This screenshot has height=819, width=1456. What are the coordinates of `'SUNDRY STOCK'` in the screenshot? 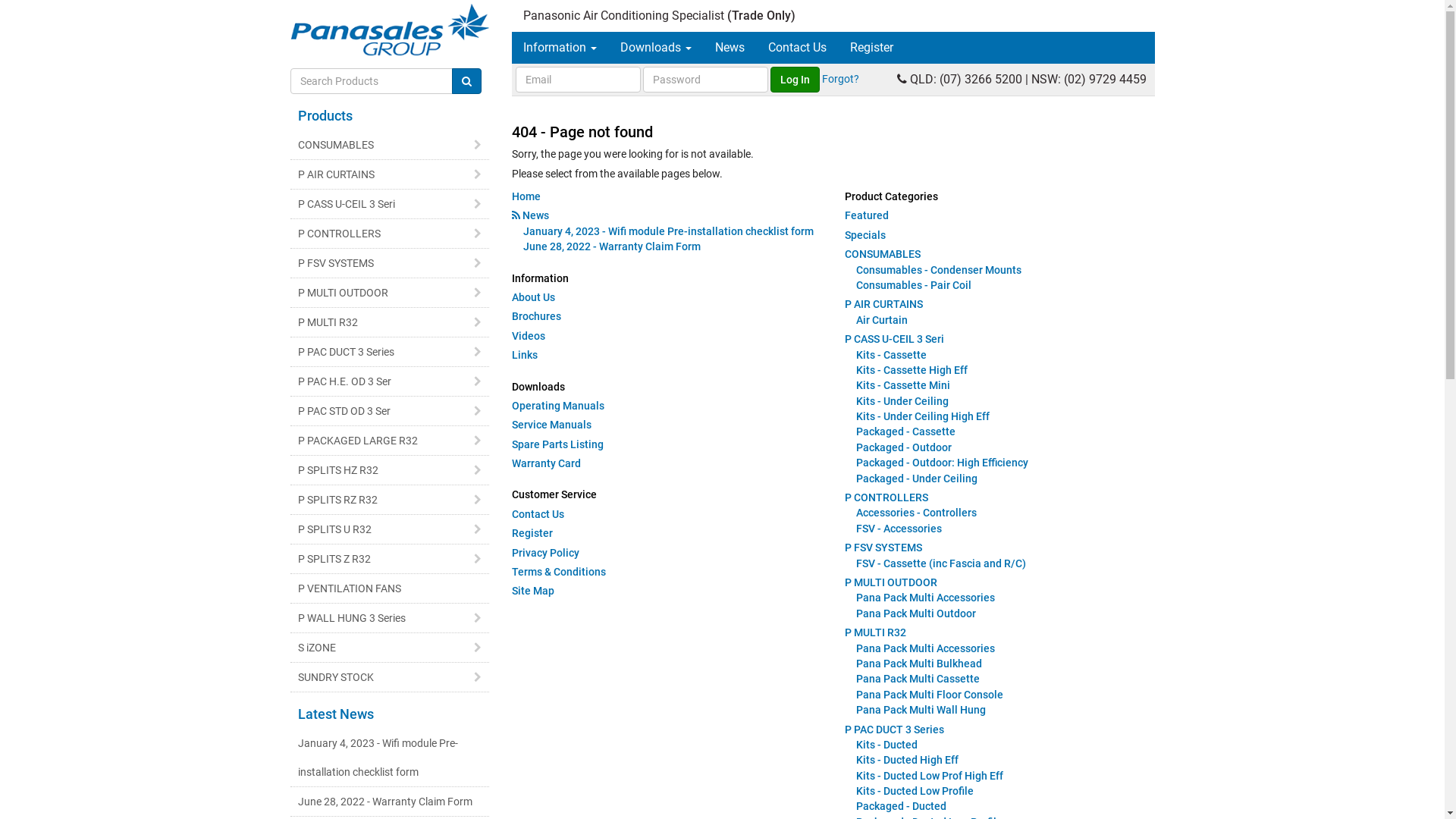 It's located at (389, 676).